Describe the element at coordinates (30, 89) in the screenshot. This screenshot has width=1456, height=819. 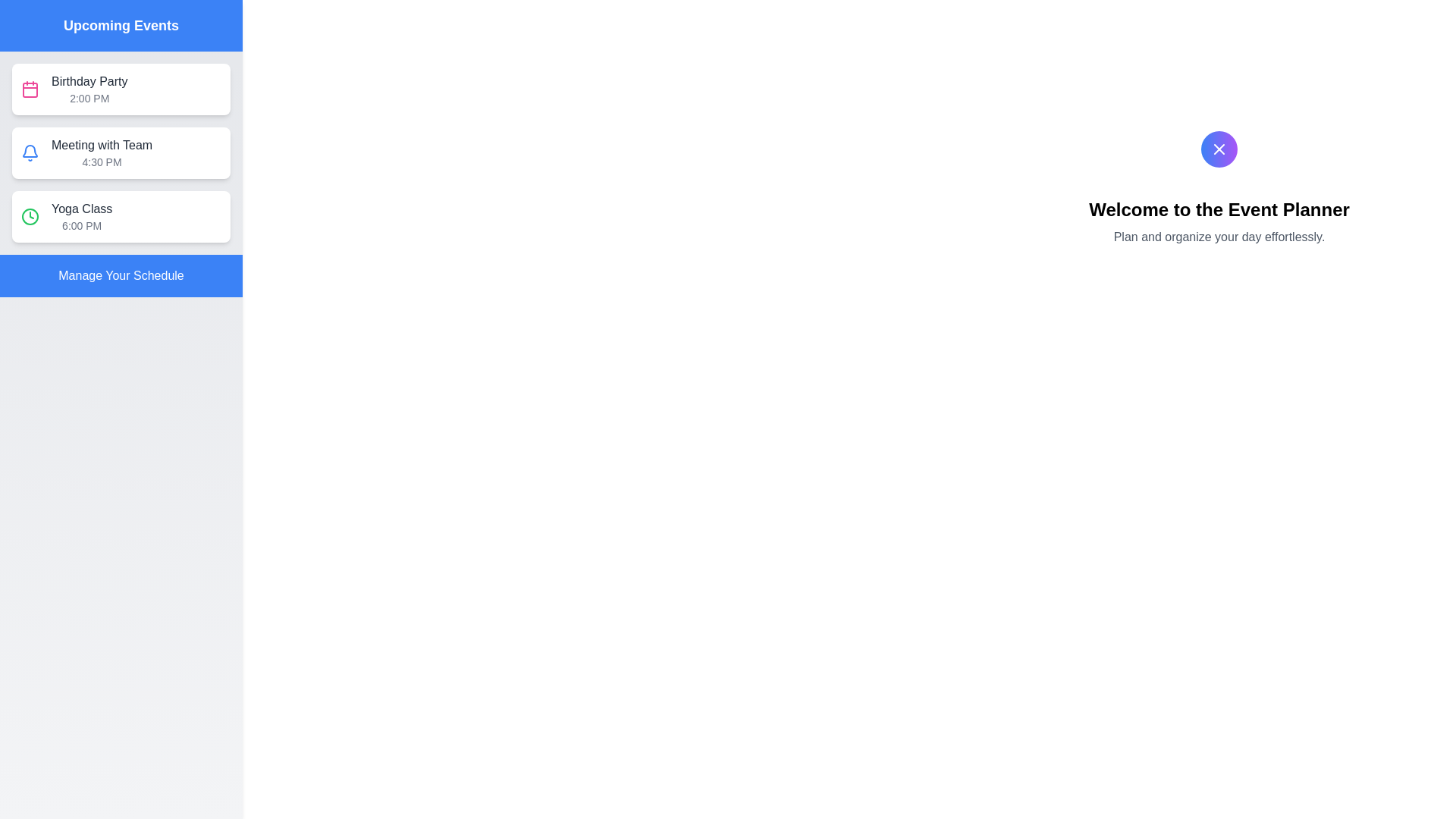
I see `the event icon representing the 'Birthday Party 2:00 PM' event, located in the upper-left corner of the first event block in the 'Upcoming Events' section of the left sidebar` at that location.